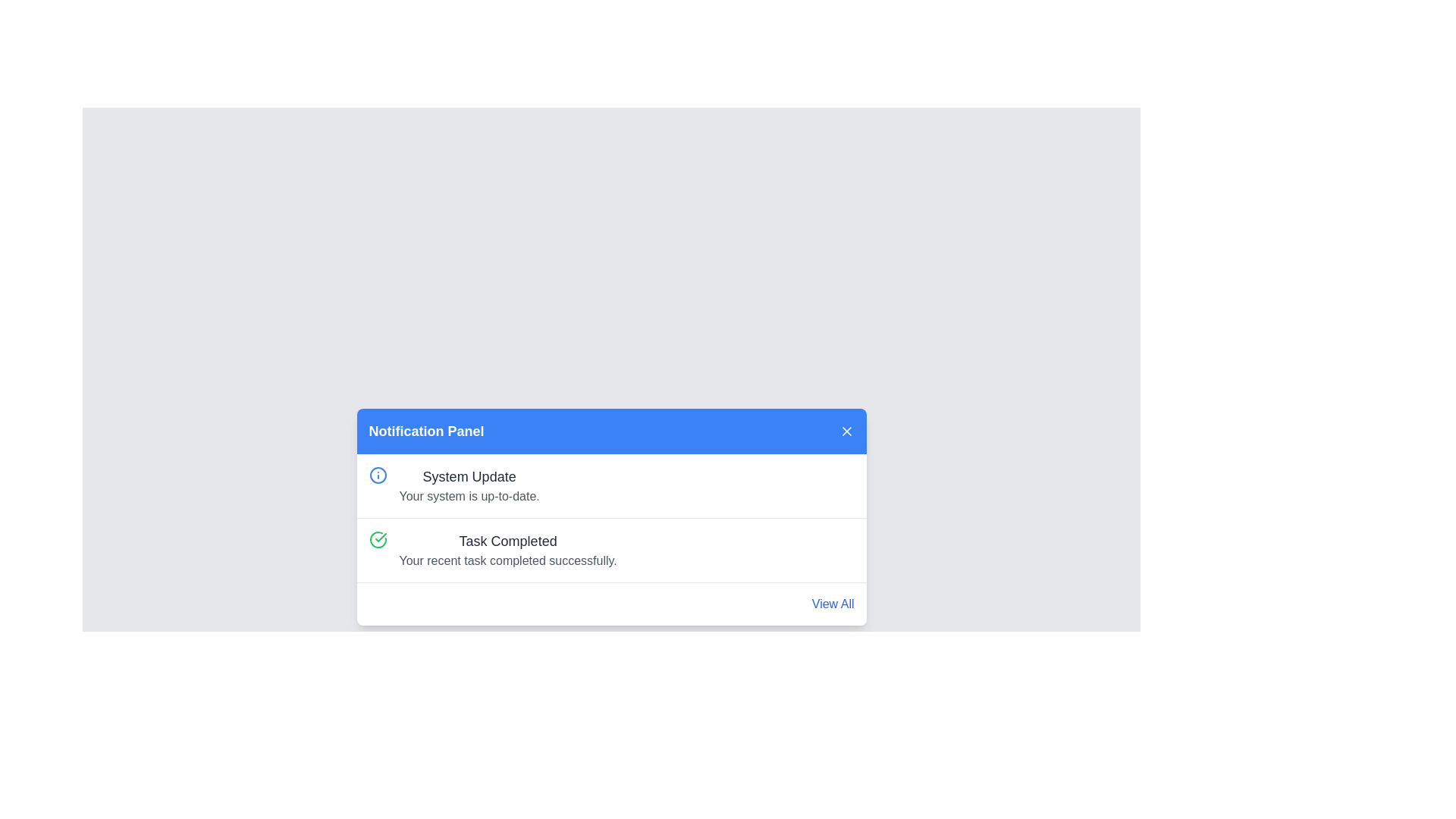 Image resolution: width=1456 pixels, height=819 pixels. I want to click on the informational icon located in the blue-colored panel at the top-left of the notification card, so click(378, 475).